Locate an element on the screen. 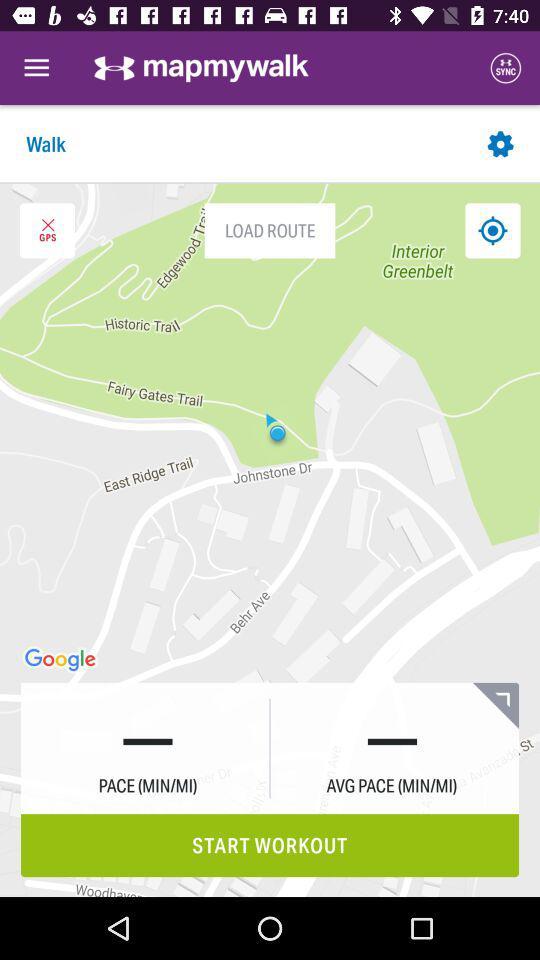 This screenshot has width=540, height=960. the icon next to the load route item is located at coordinates (47, 230).